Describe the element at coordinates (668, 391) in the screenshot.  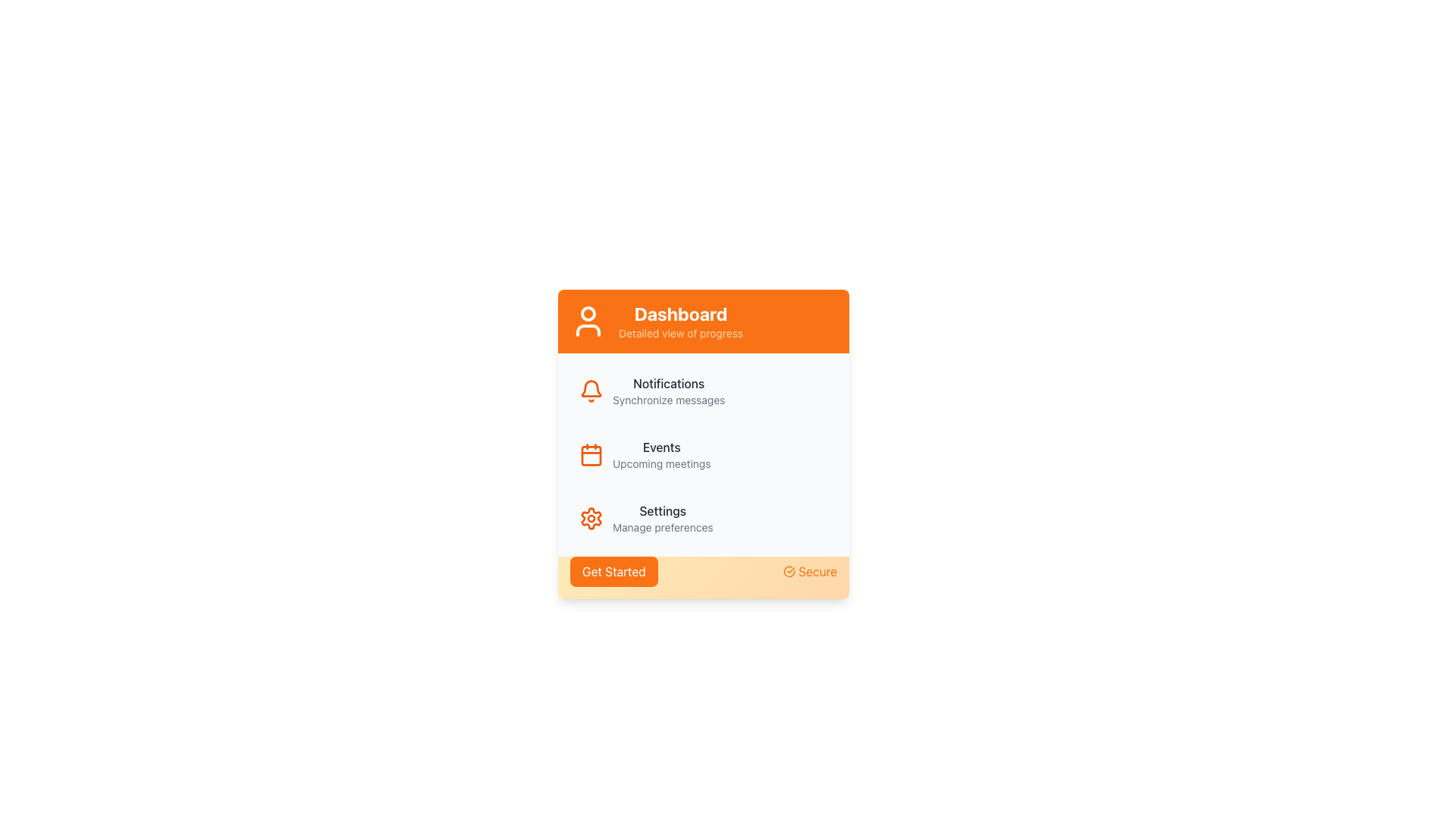
I see `the 'Notifications' text label, which consists of two lines of text, with 'Notifications' in bold dark gray and 'Synchronize messages' in smaller light gray, located in the middle section of the white panel below the orange header titled 'Dashboard'` at that location.